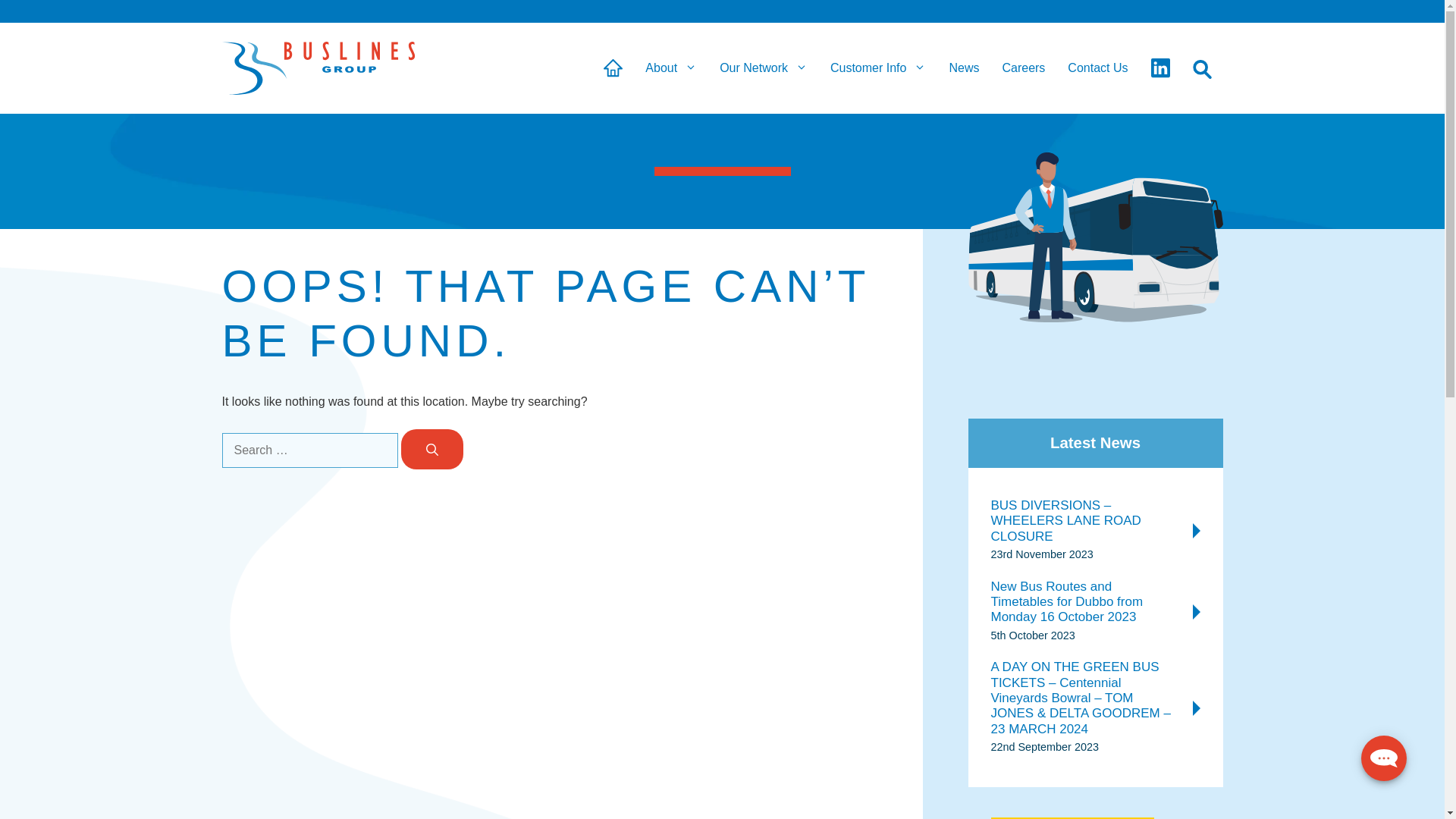 Image resolution: width=1456 pixels, height=819 pixels. Describe the element at coordinates (764, 67) in the screenshot. I see `'Our Network'` at that location.